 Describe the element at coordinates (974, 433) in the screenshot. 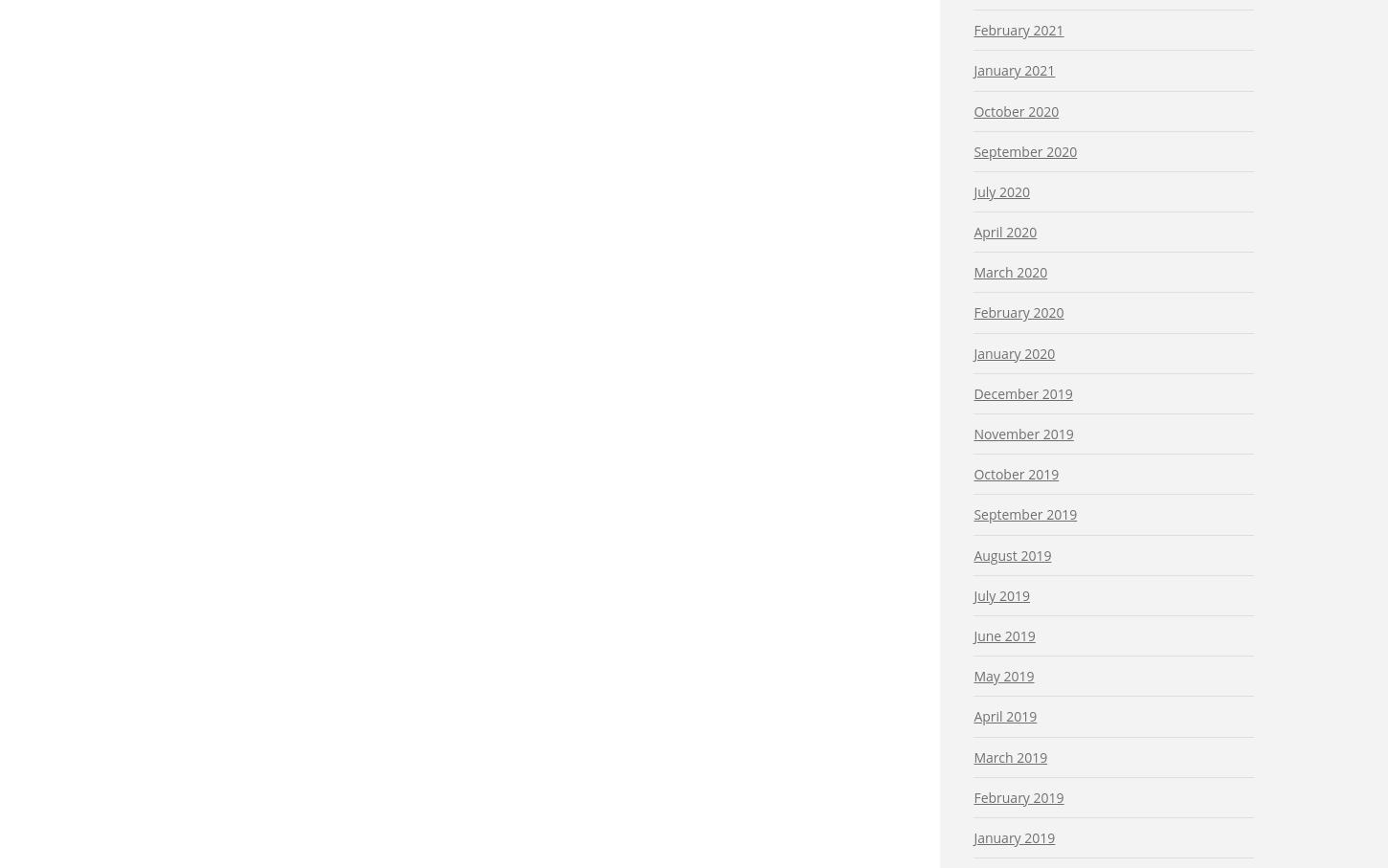

I see `'November 2019'` at that location.